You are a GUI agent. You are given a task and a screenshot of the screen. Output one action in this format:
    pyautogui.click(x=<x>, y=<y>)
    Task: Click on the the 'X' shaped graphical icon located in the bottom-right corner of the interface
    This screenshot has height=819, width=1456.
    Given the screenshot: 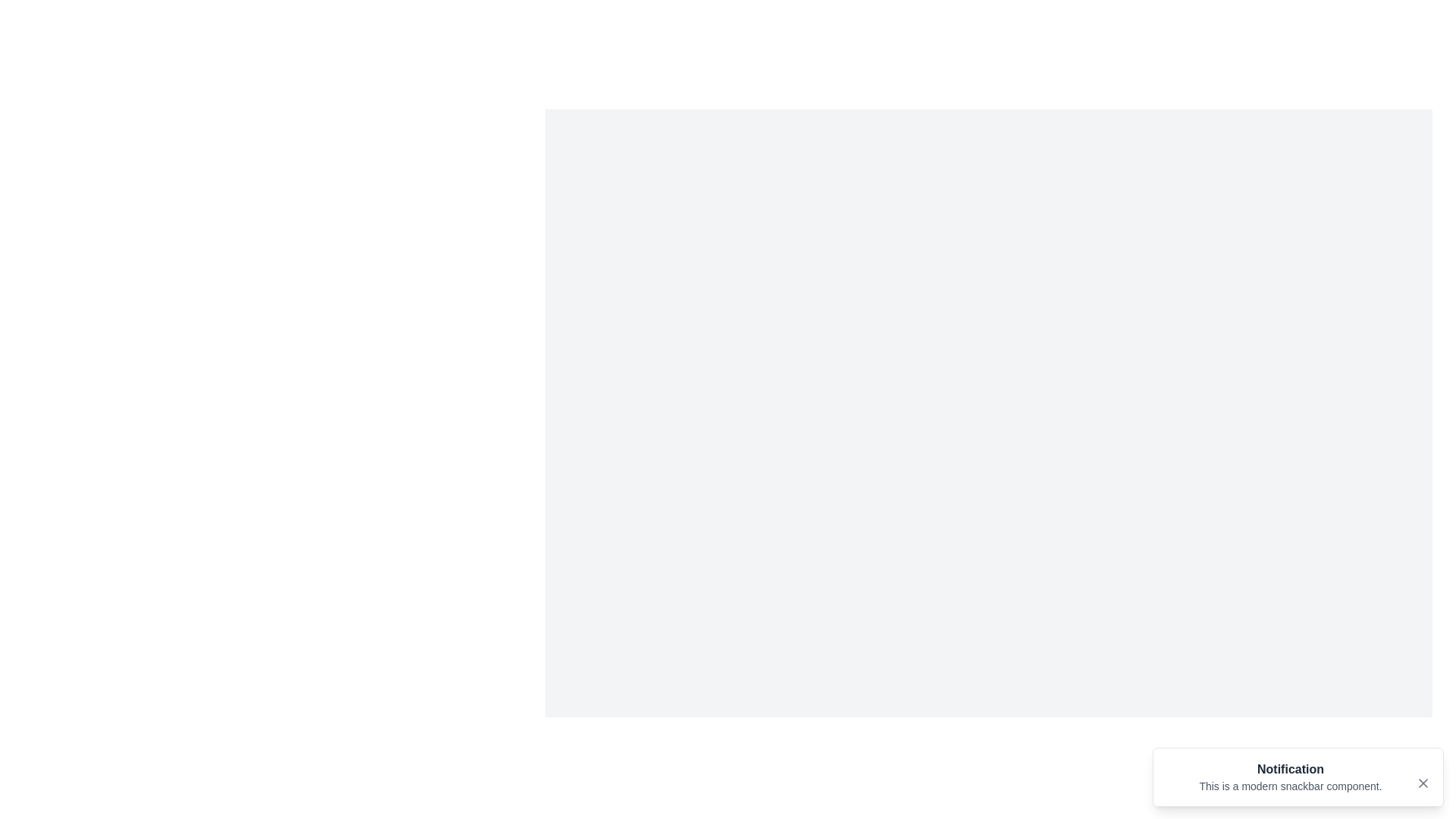 What is the action you would take?
    pyautogui.click(x=1422, y=783)
    